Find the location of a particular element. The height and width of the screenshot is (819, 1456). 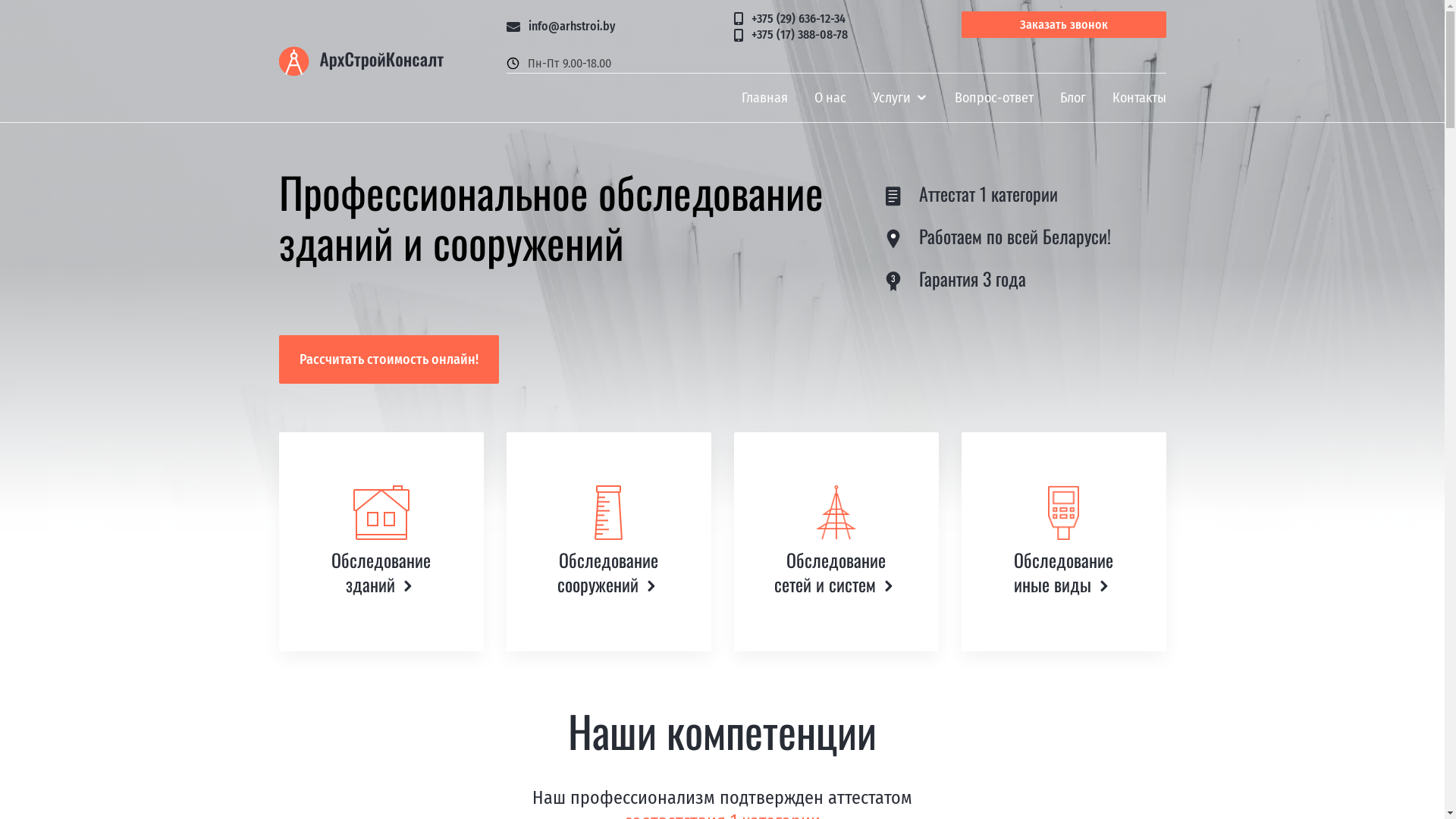

'info@arhstroi.by' is located at coordinates (608, 27).